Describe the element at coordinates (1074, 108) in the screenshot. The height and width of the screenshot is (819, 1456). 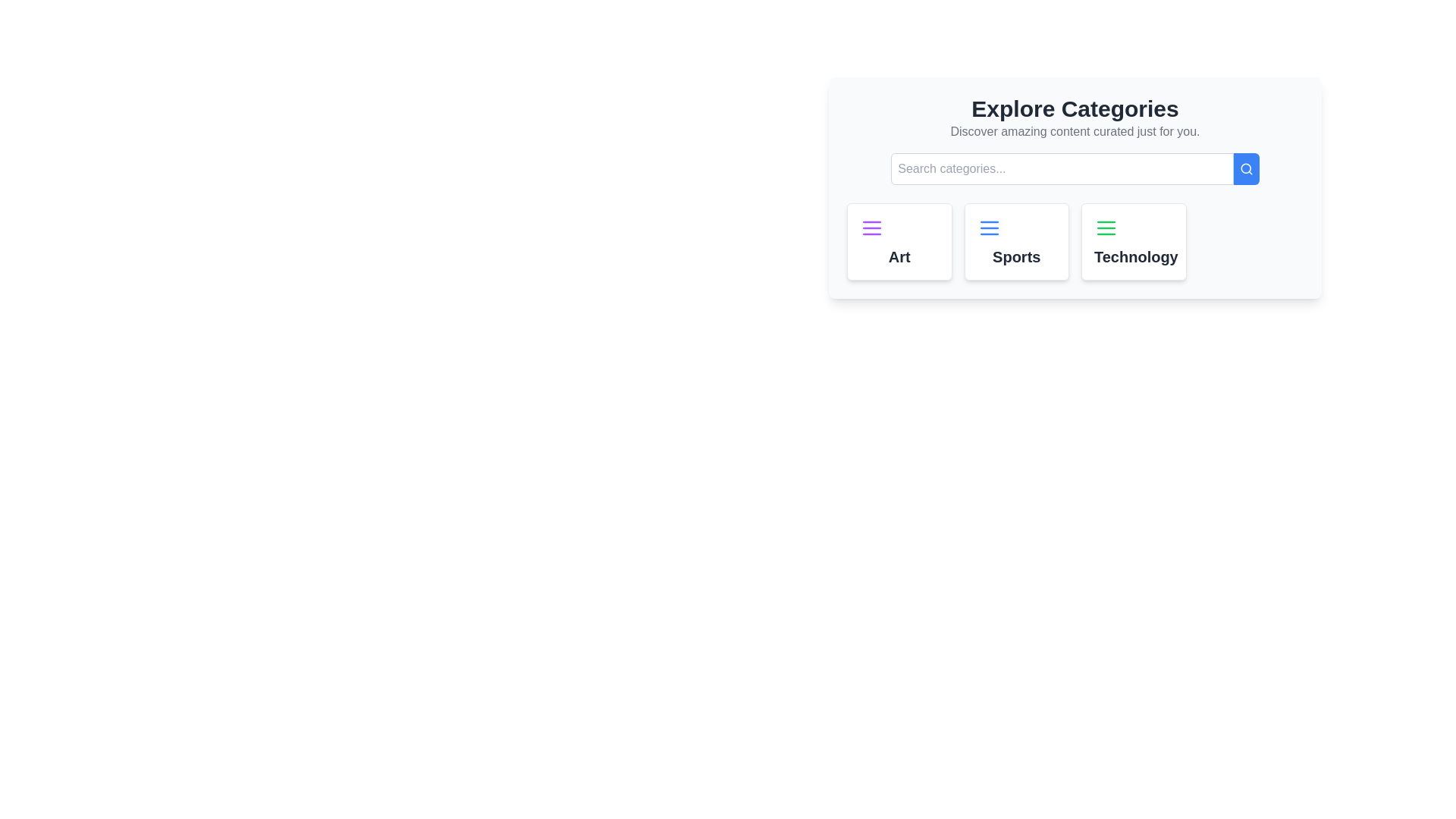
I see `text label 'Explore Categories' which is a large, bold heading displayed at the top of the section` at that location.